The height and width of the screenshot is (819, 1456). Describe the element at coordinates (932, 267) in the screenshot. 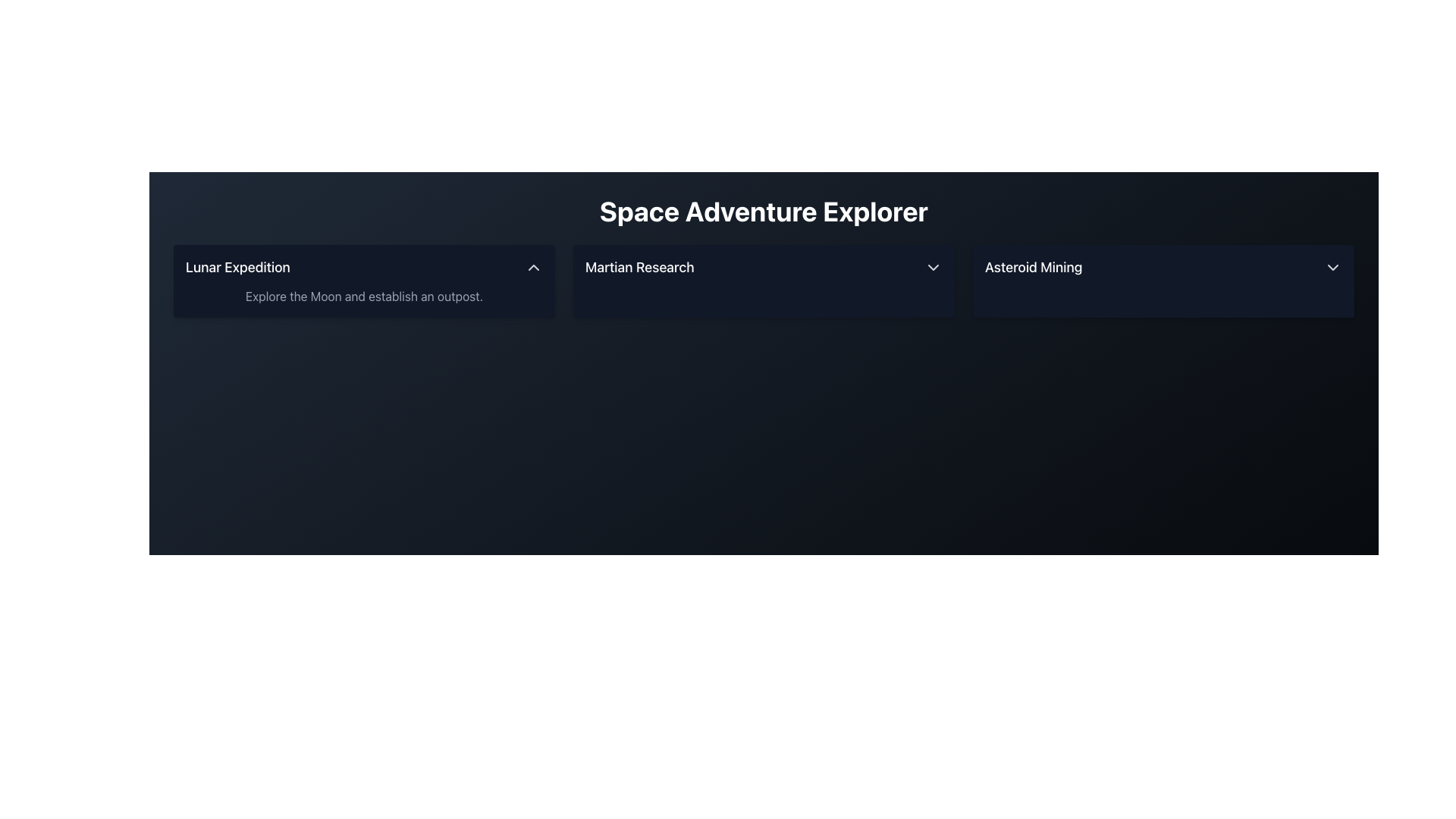

I see `the Dropdown indicator on the far-right side of the 'Martian Research' section` at that location.